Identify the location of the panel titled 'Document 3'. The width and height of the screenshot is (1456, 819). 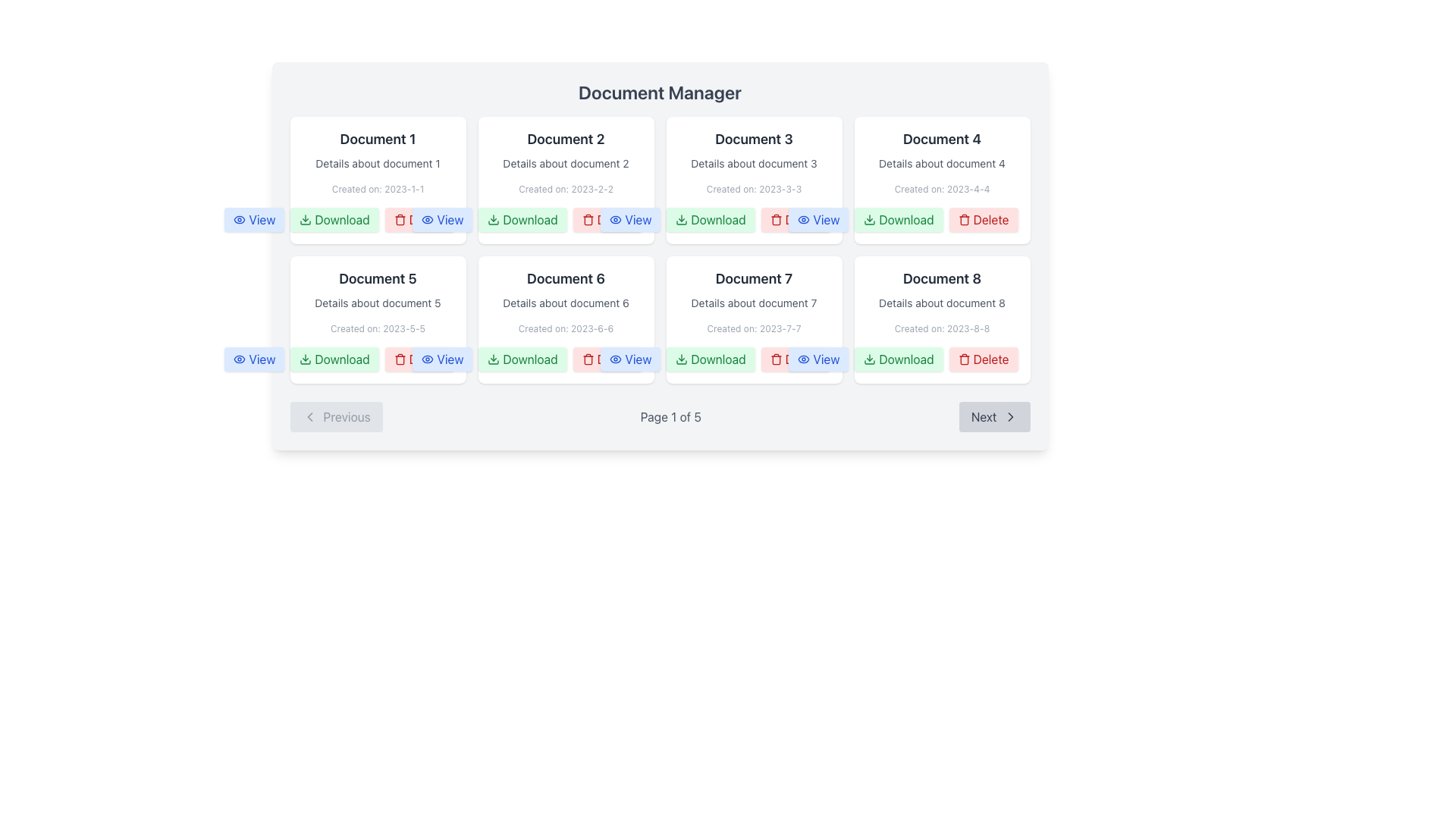
(754, 180).